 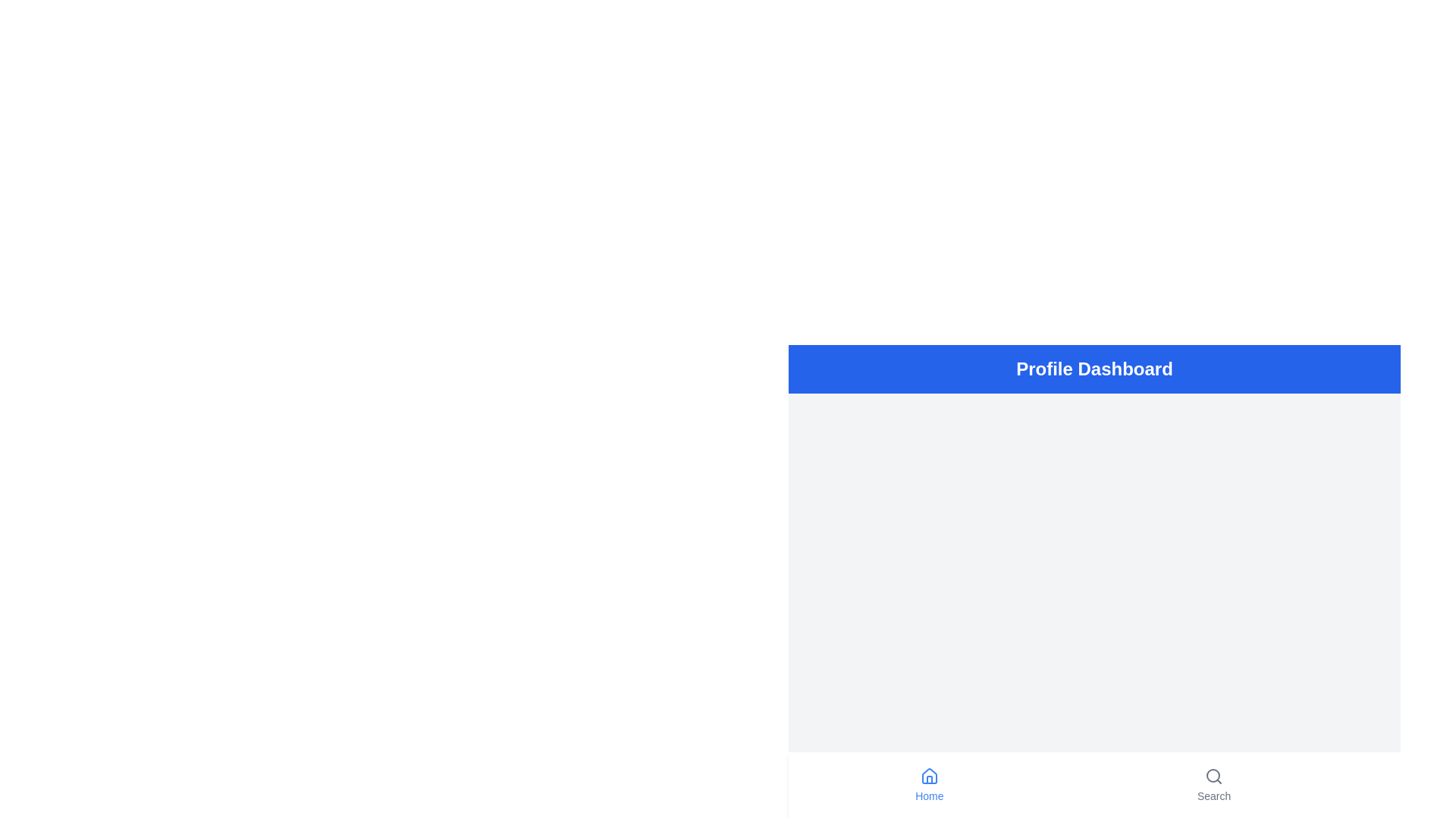 I want to click on the 'Home' text label located in the bottom navigation bar, which is positioned beneath the house icon, so click(x=928, y=795).